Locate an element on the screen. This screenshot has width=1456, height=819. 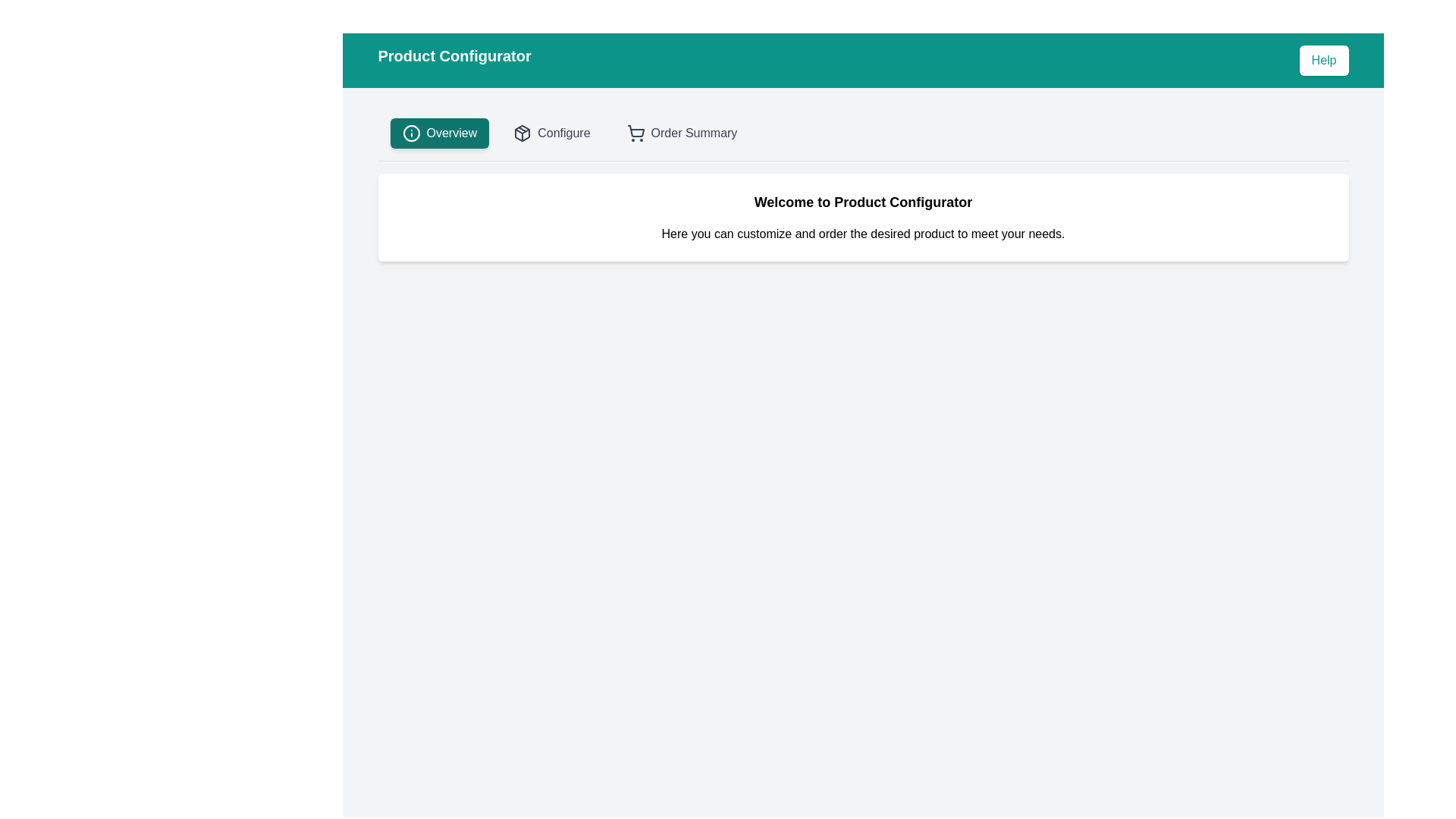
the 'Overview' menu button labeled in white on a teal background, located at the top of the interface as the first element in the navigation menu is located at coordinates (450, 133).